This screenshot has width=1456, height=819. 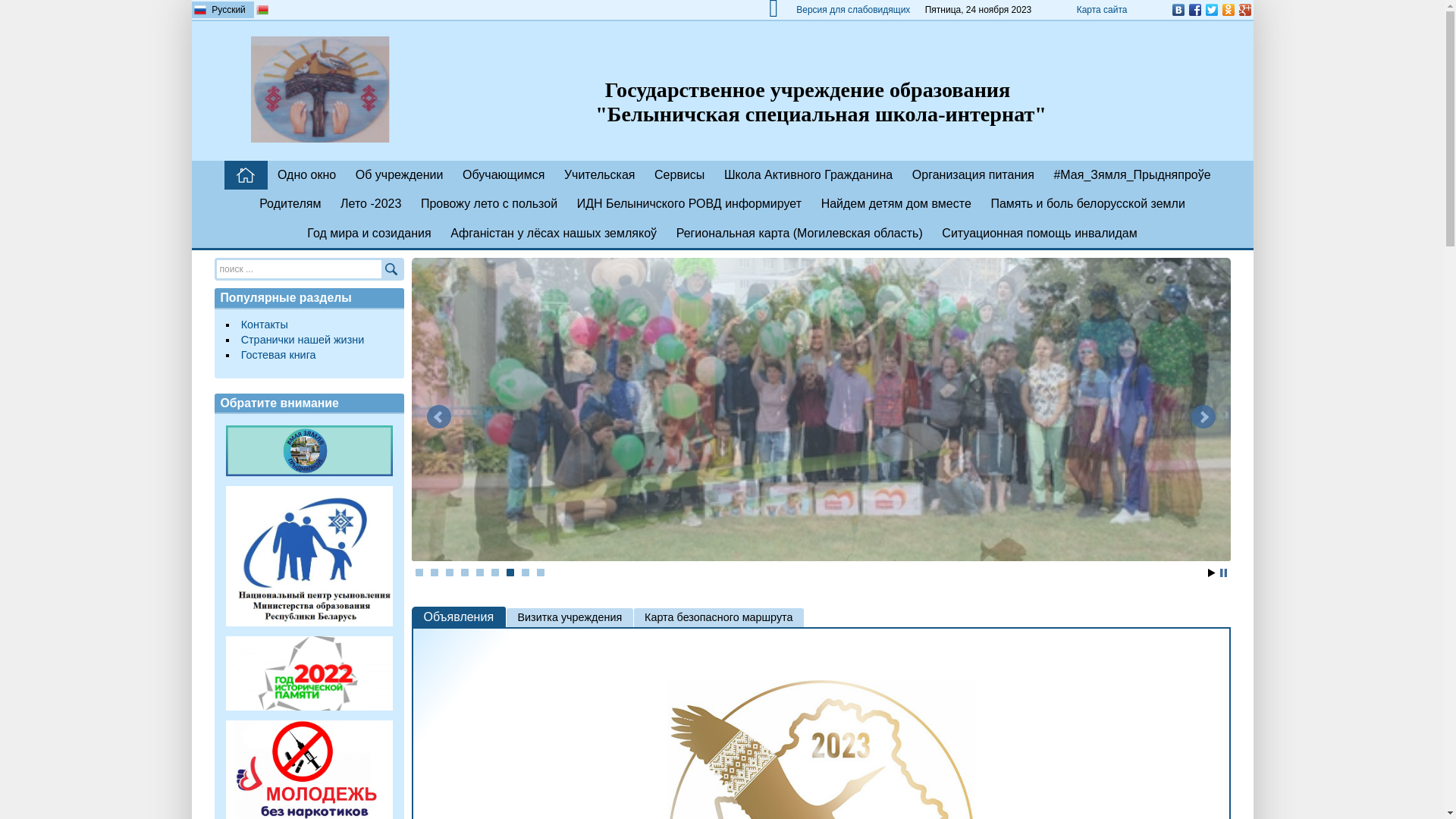 What do you see at coordinates (1210, 573) in the screenshot?
I see `'Start'` at bounding box center [1210, 573].